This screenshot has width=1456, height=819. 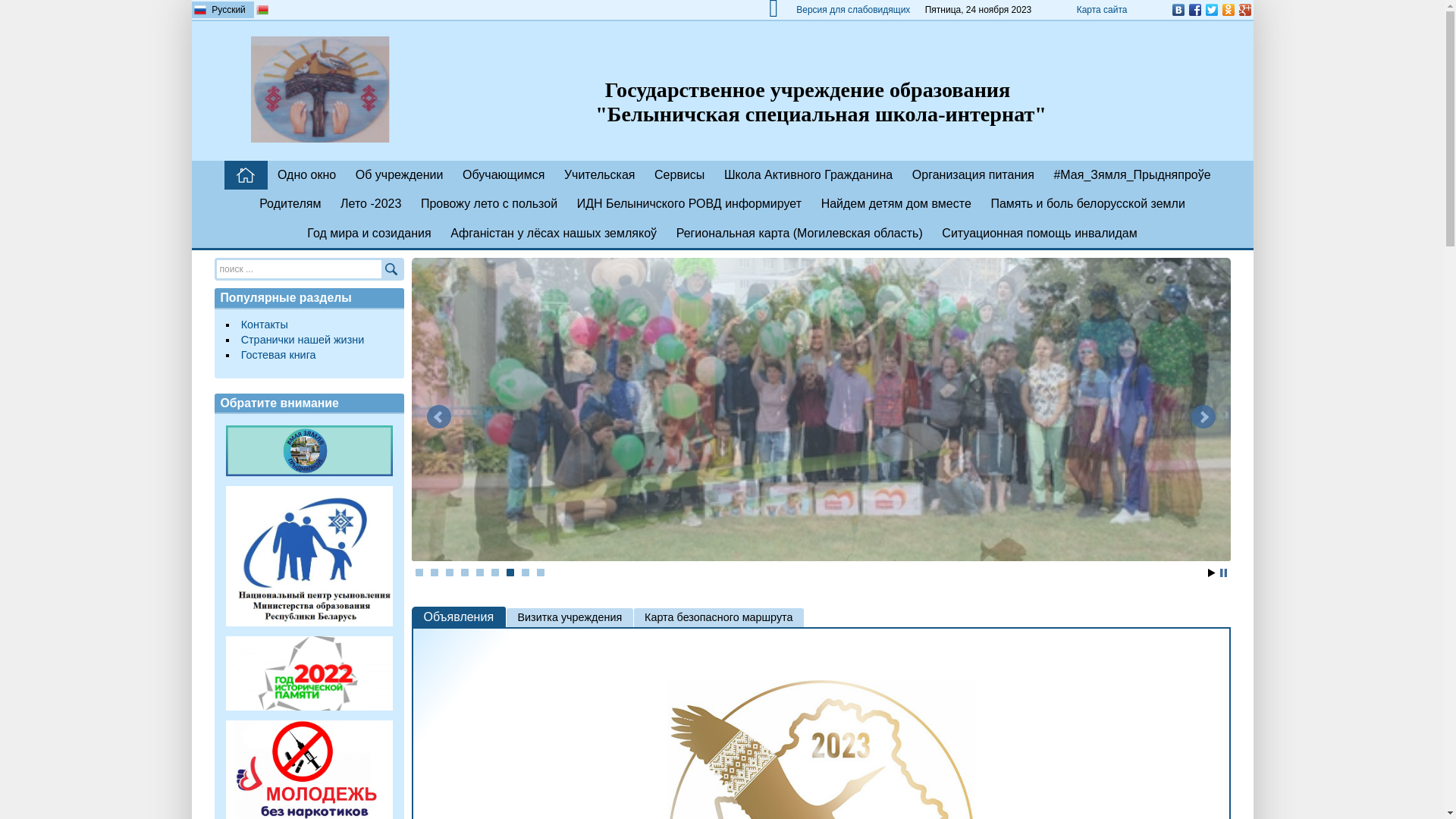 What do you see at coordinates (1210, 573) in the screenshot?
I see `'Start'` at bounding box center [1210, 573].